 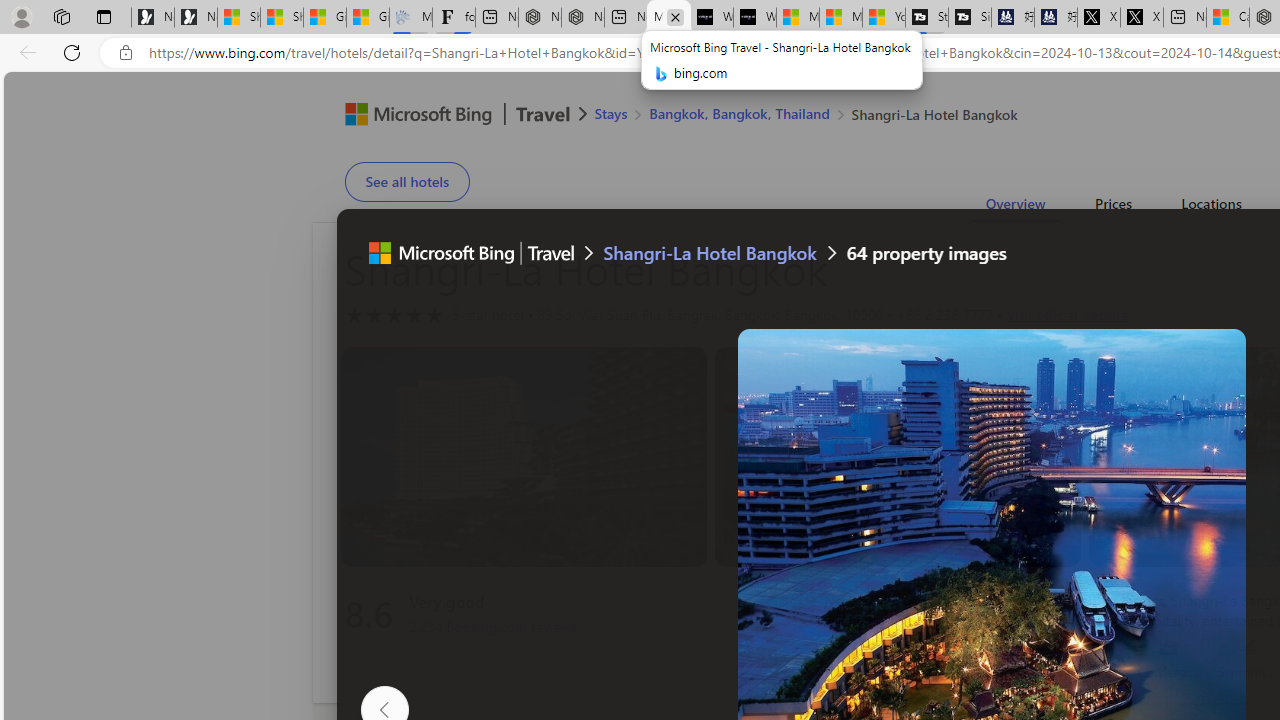 What do you see at coordinates (368, 17) in the screenshot?
I see `'Gilma and Hector both pose tropical trouble for Hawaii'` at bounding box center [368, 17].